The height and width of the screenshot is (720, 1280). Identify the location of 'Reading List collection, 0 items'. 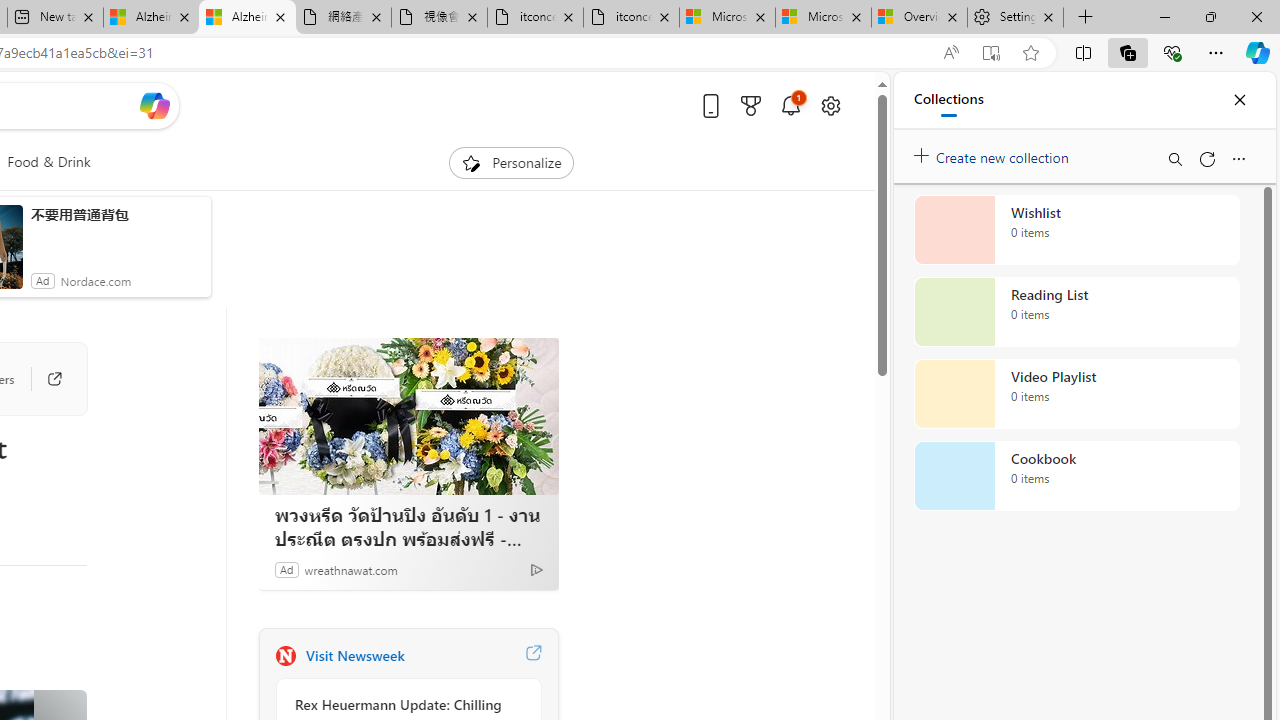
(1076, 312).